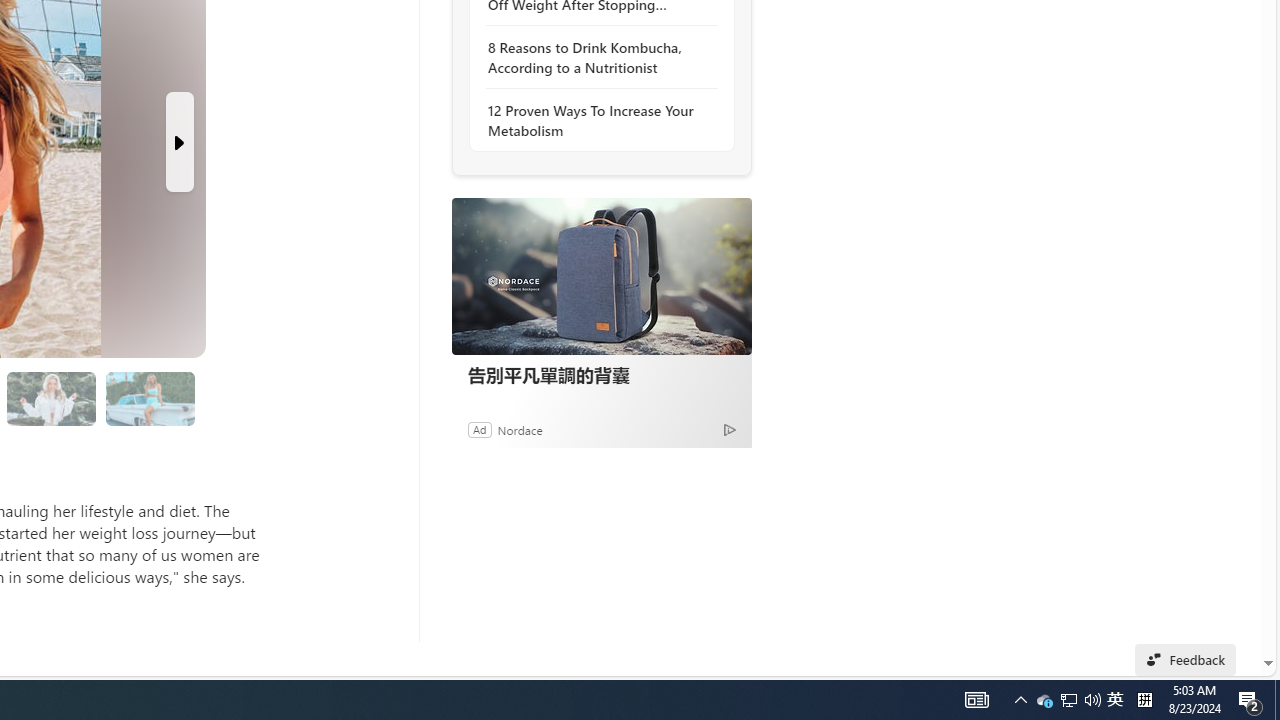 This screenshot has height=720, width=1280. What do you see at coordinates (179, 141) in the screenshot?
I see `'Next Slide'` at bounding box center [179, 141].